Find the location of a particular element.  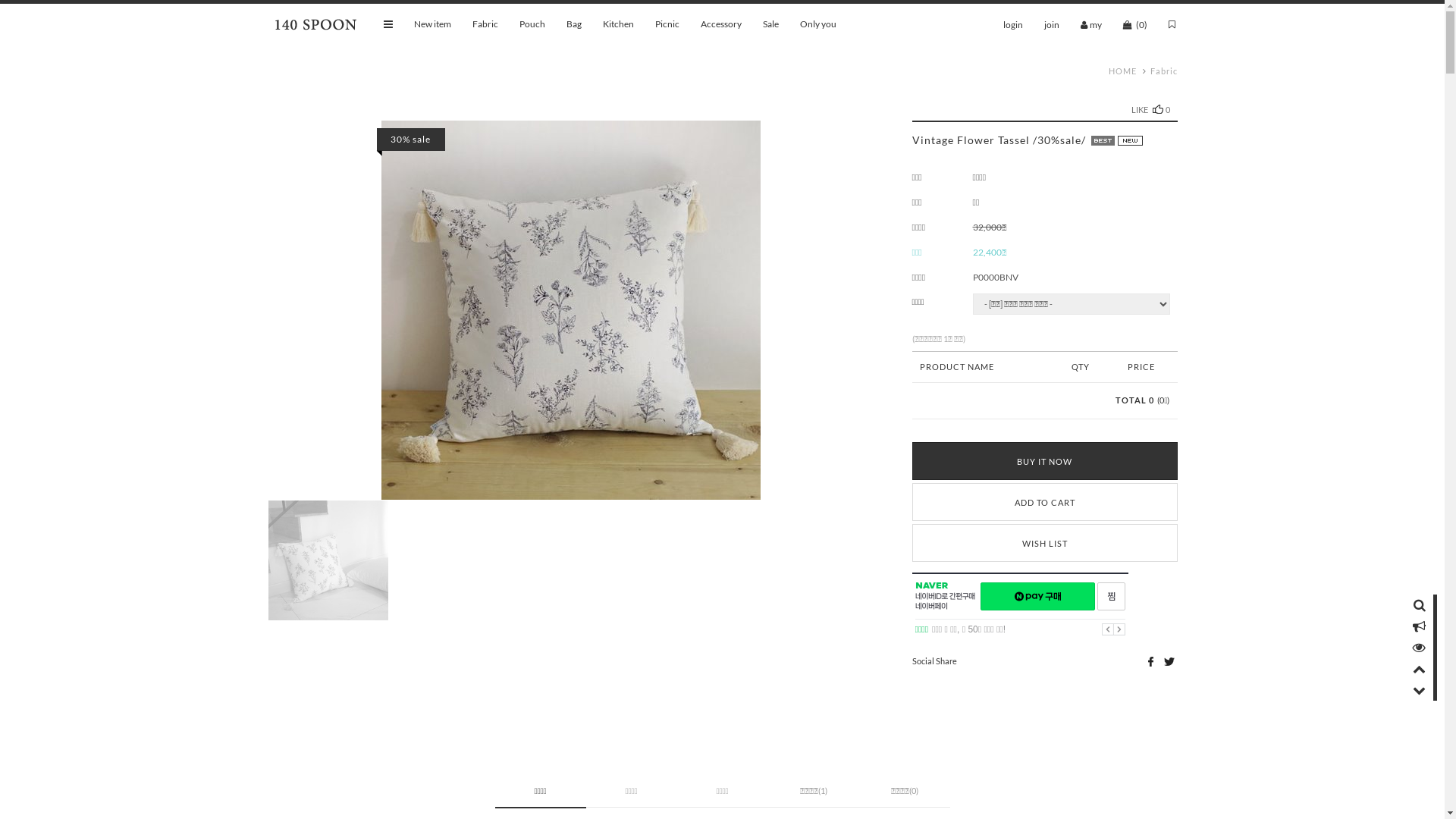

'Picnic' is located at coordinates (655, 24).